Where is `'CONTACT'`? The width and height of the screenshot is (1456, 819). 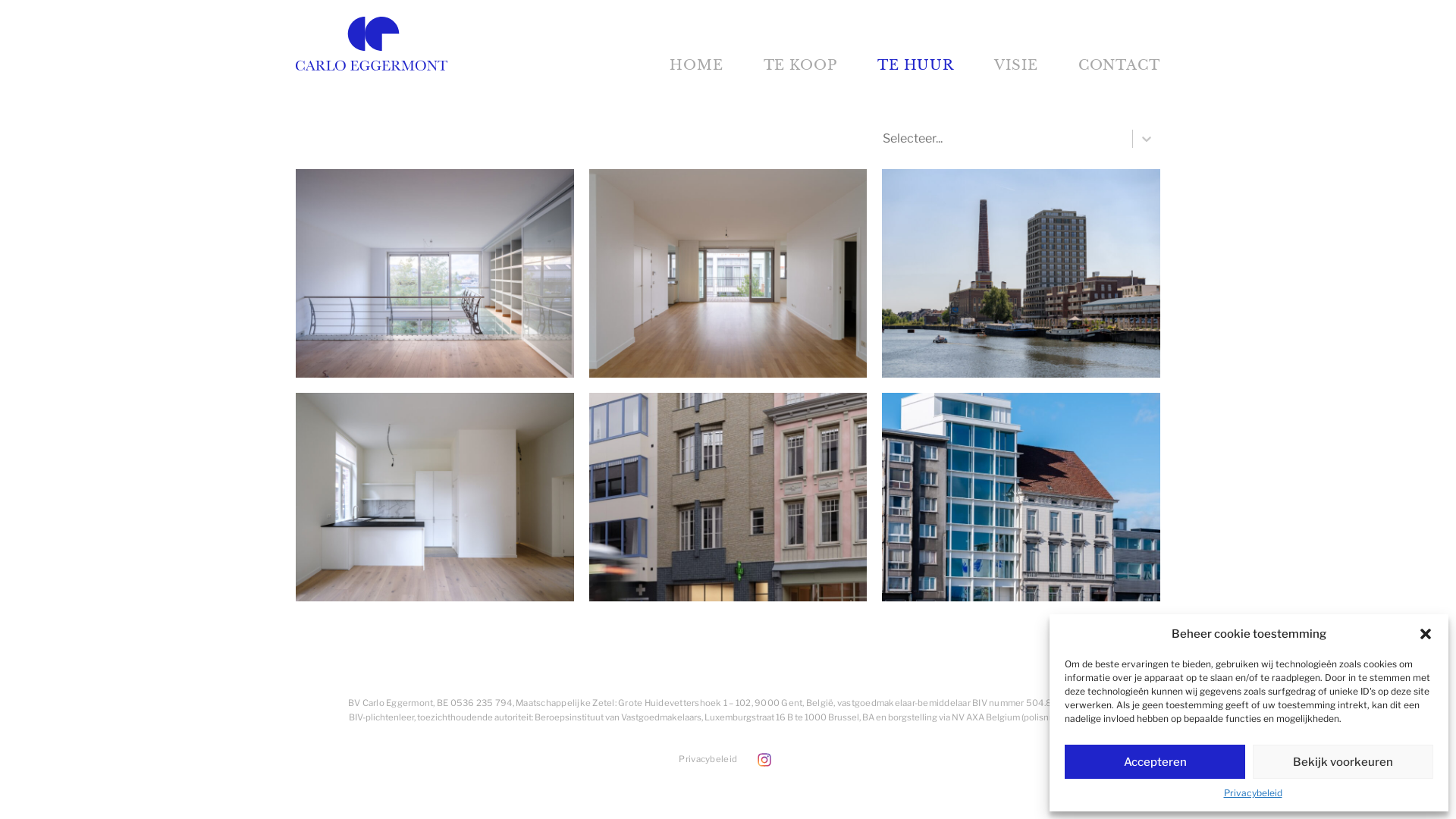 'CONTACT' is located at coordinates (1119, 64).